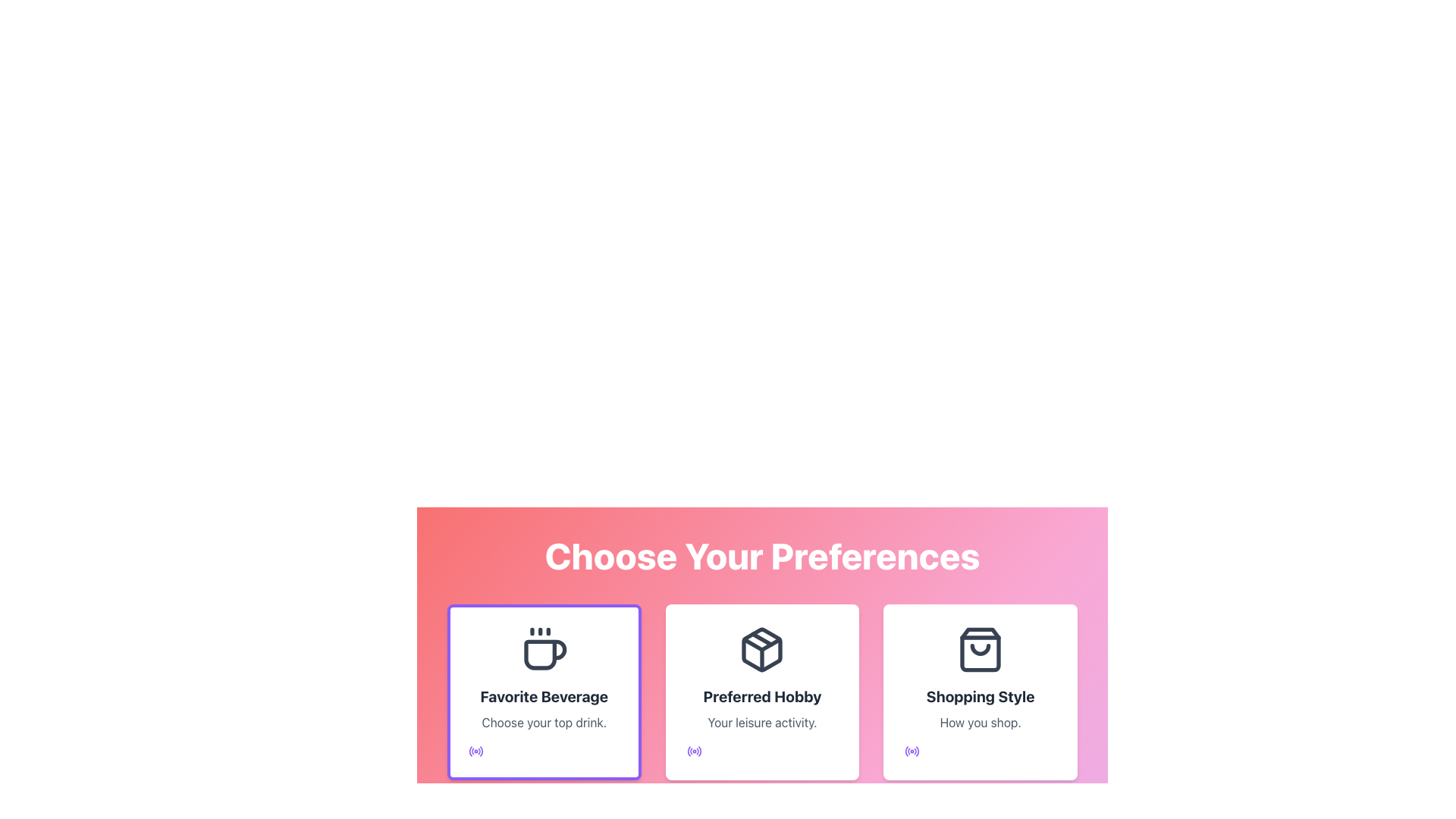  I want to click on the bold, extra-large text label reading 'Shopping Style' located in the third card of the horizontally arranged preference selections, so click(981, 696).